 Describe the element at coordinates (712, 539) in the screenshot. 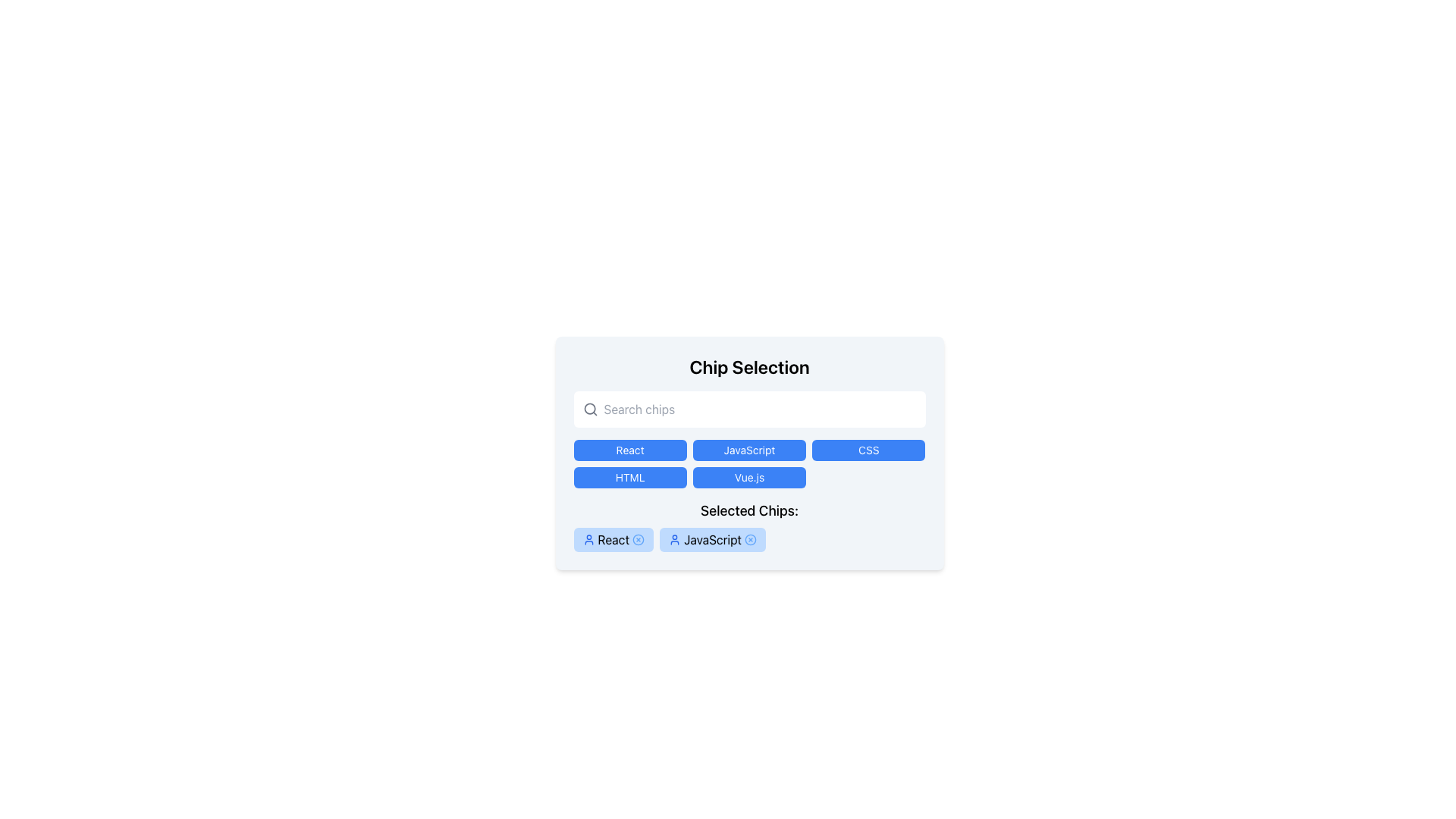

I see `the second chip labeled as 'JavaScript' in the 'Selected Chips' row` at that location.